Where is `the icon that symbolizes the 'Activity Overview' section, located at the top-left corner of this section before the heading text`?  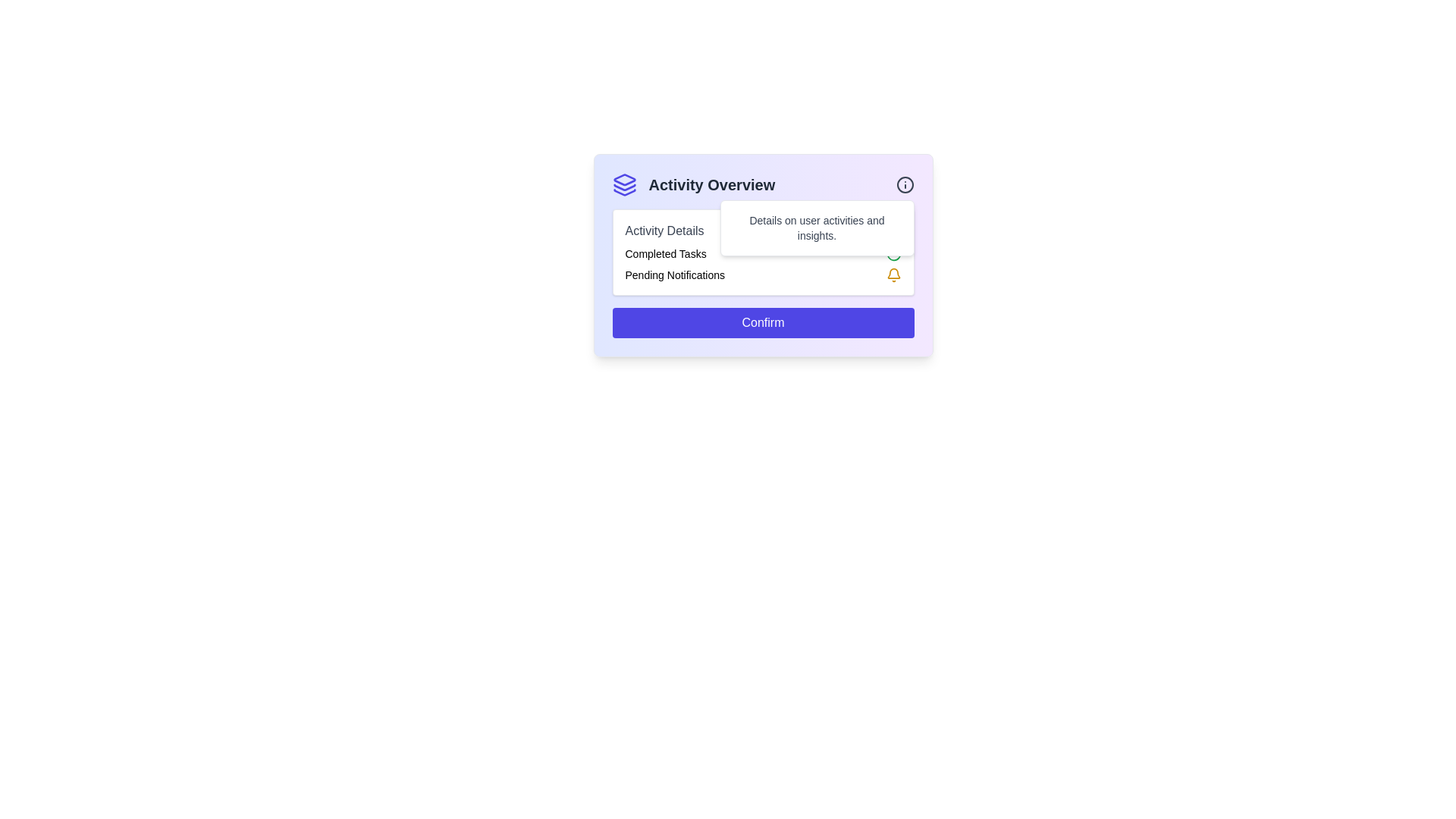 the icon that symbolizes the 'Activity Overview' section, located at the top-left corner of this section before the heading text is located at coordinates (624, 184).